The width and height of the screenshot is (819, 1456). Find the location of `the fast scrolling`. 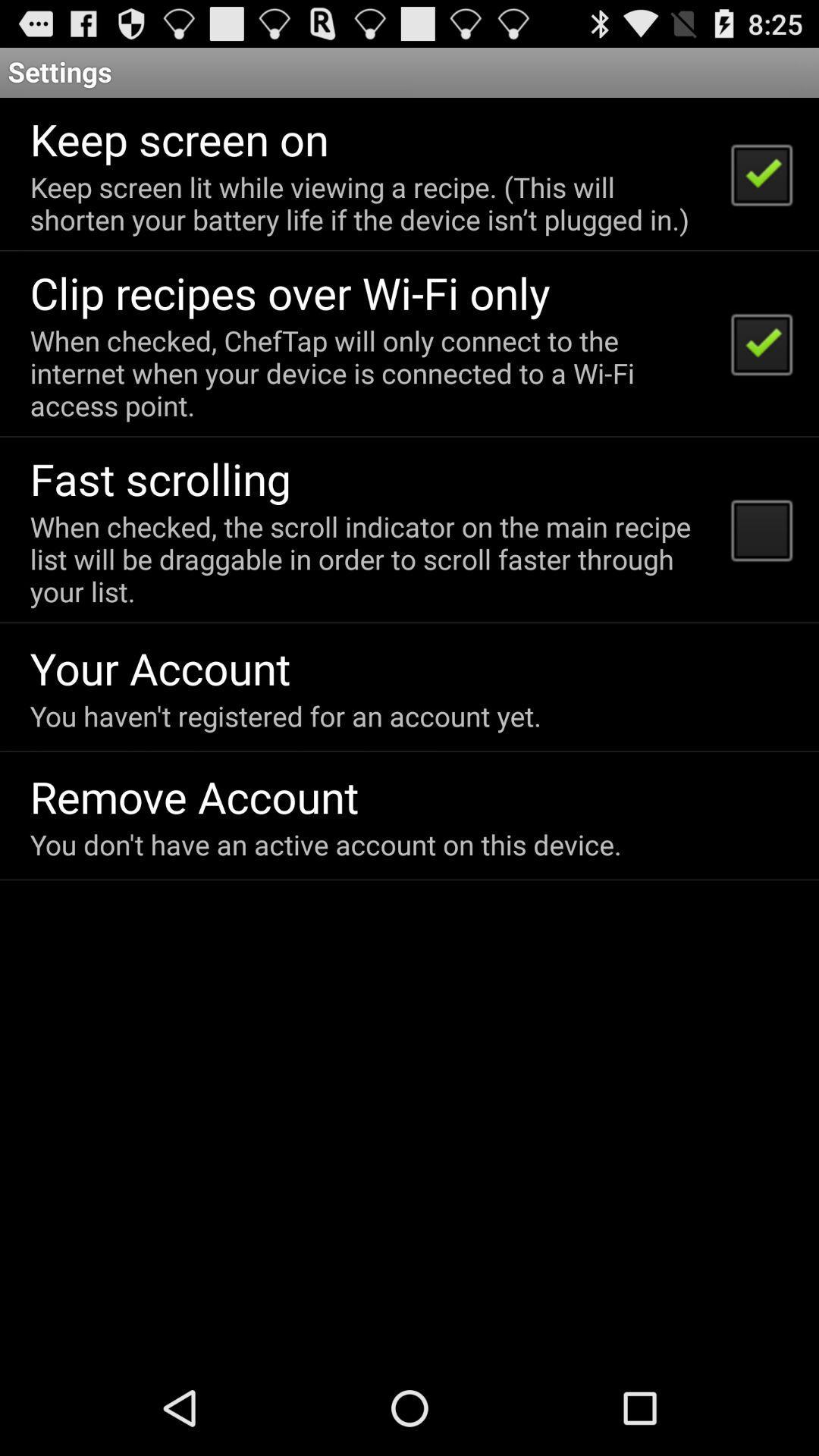

the fast scrolling is located at coordinates (160, 478).